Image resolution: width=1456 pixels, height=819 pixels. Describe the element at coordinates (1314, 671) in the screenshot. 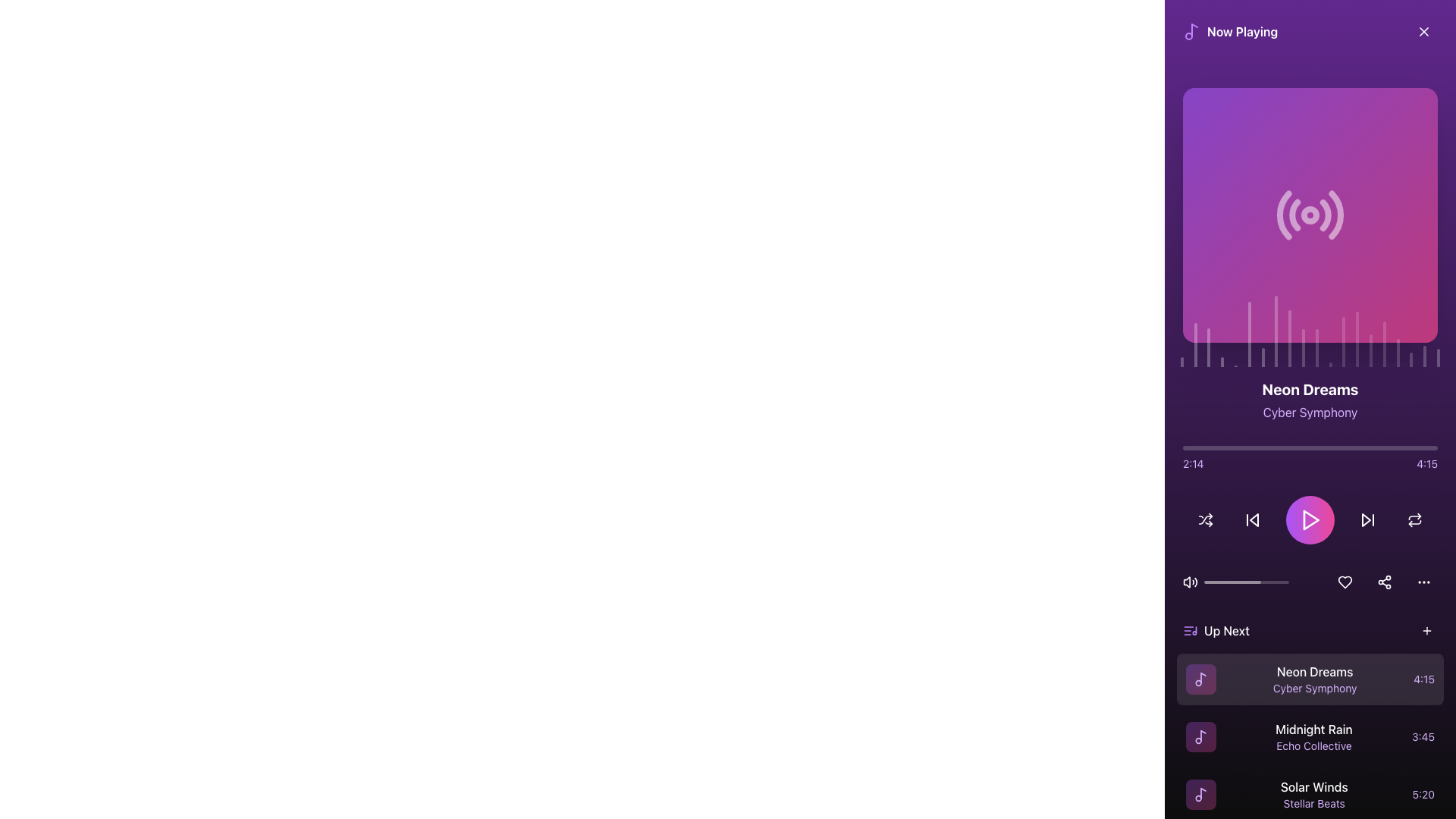

I see `the static text label reading 'Neon Dreams', which is the title of a track in the 'Up Next' list of the music player interface` at that location.